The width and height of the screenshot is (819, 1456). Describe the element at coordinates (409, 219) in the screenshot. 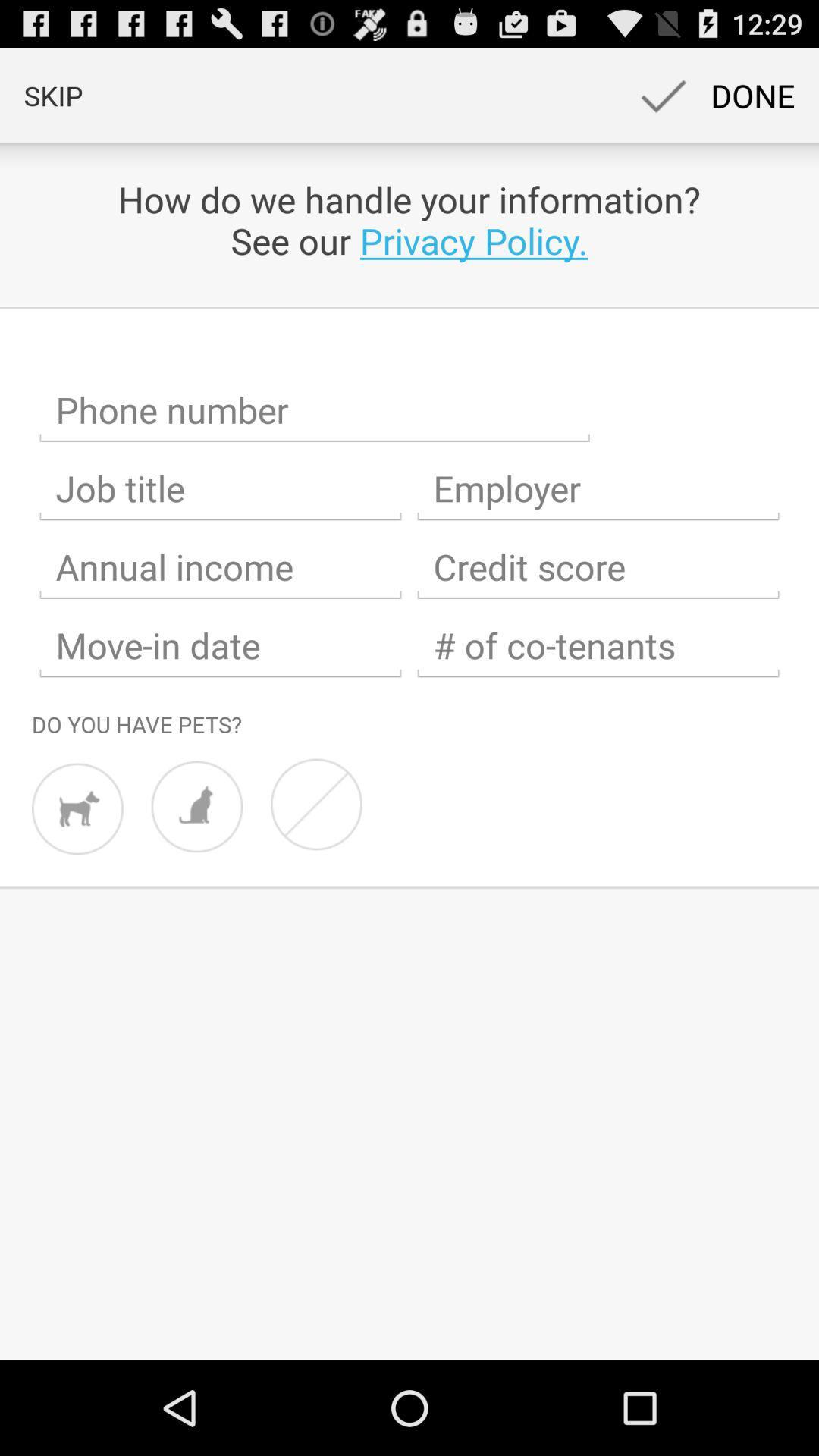

I see `how do we item` at that location.